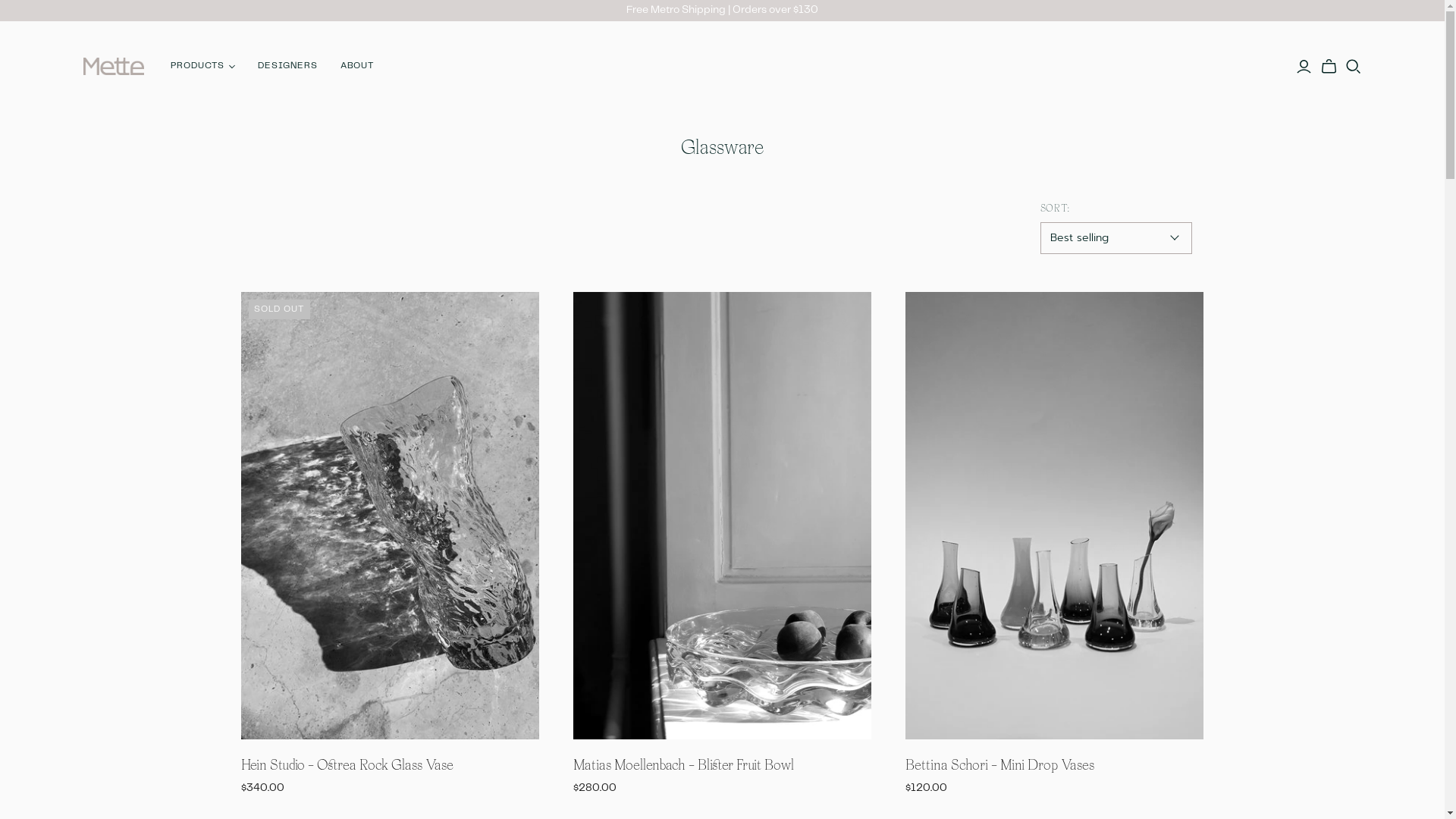 Image resolution: width=1456 pixels, height=819 pixels. What do you see at coordinates (287, 65) in the screenshot?
I see `'DESIGNERS'` at bounding box center [287, 65].